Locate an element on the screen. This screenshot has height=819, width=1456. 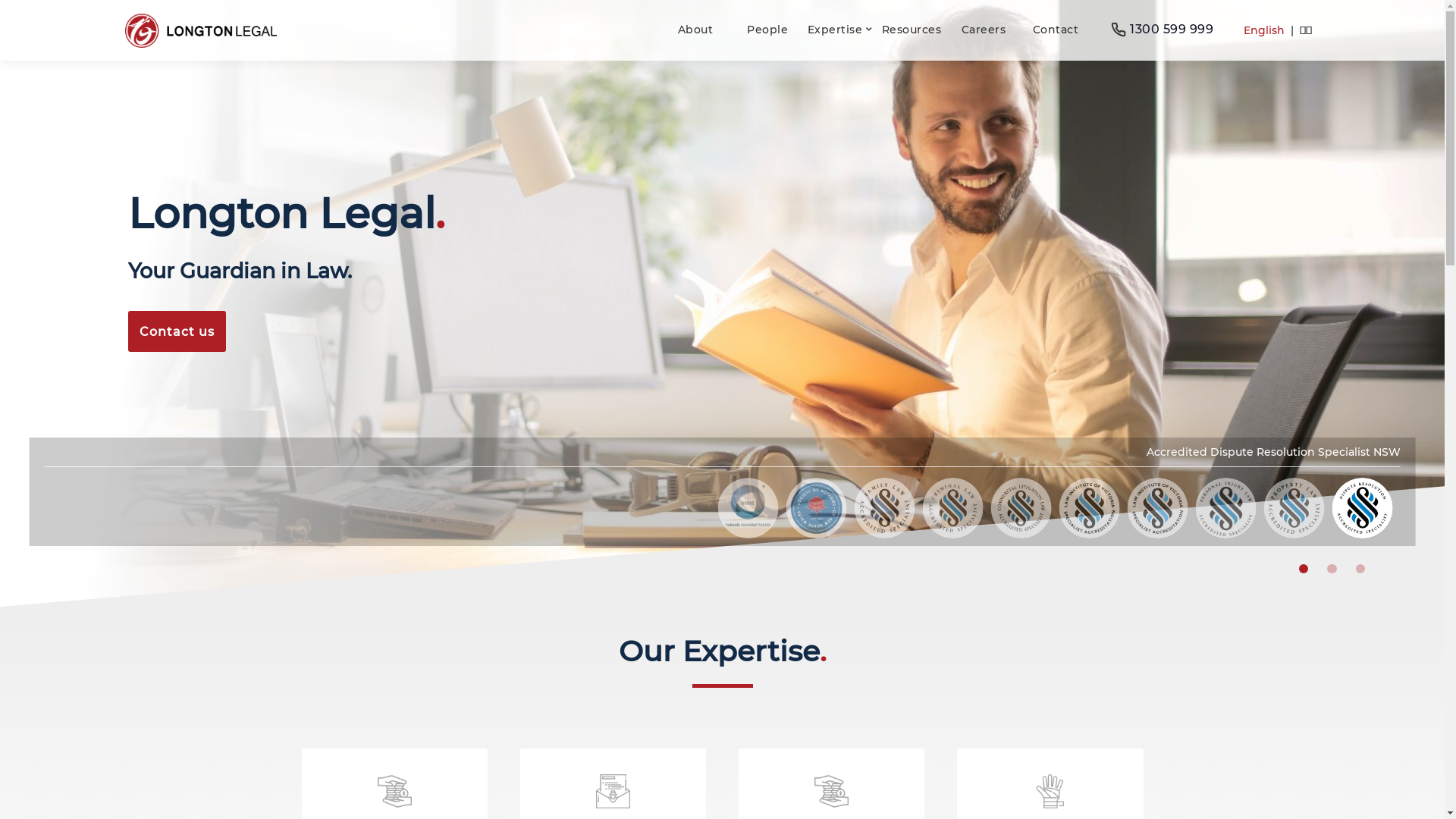
'Contact' is located at coordinates (1055, 30).